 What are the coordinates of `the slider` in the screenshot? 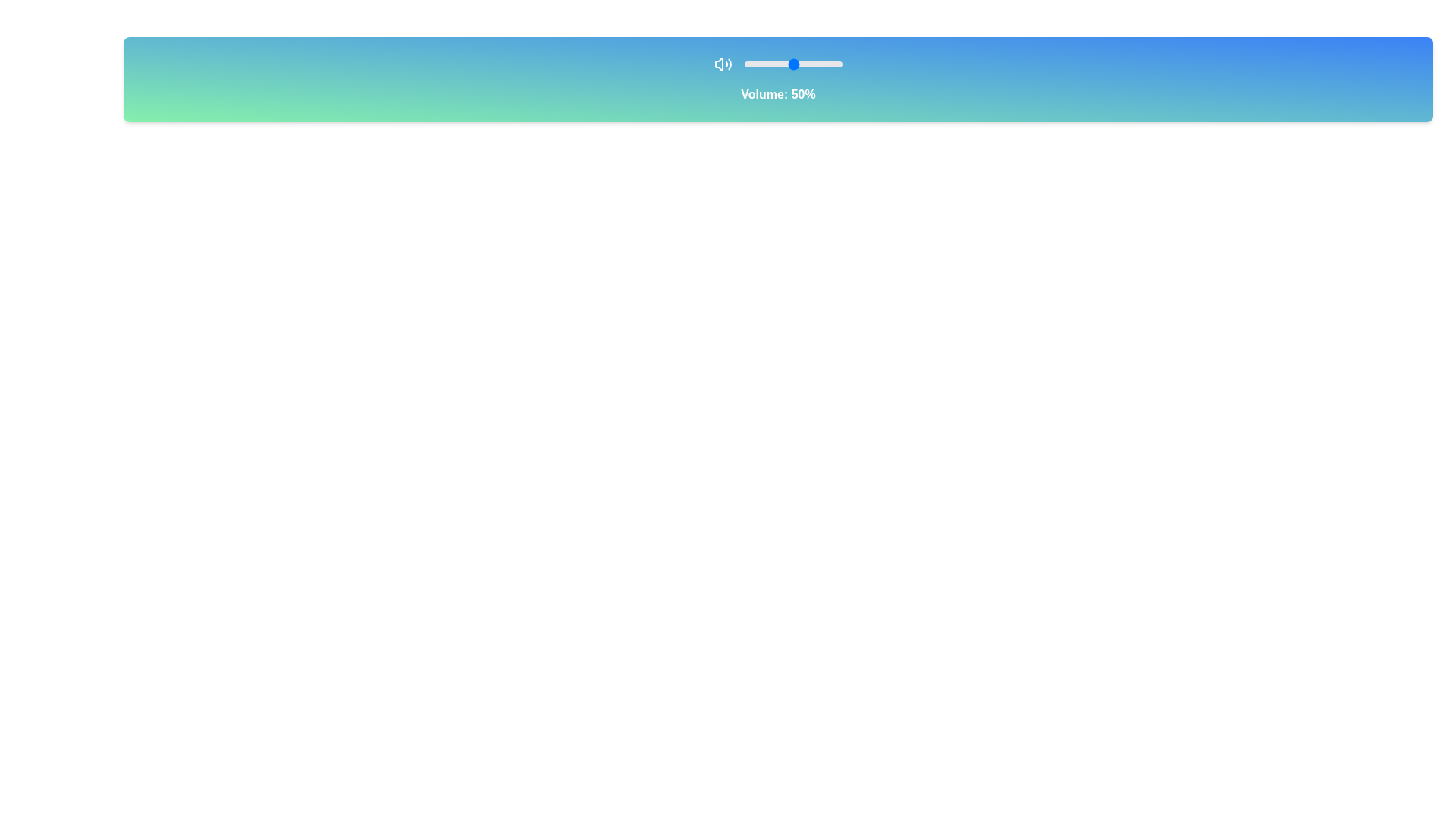 It's located at (819, 63).